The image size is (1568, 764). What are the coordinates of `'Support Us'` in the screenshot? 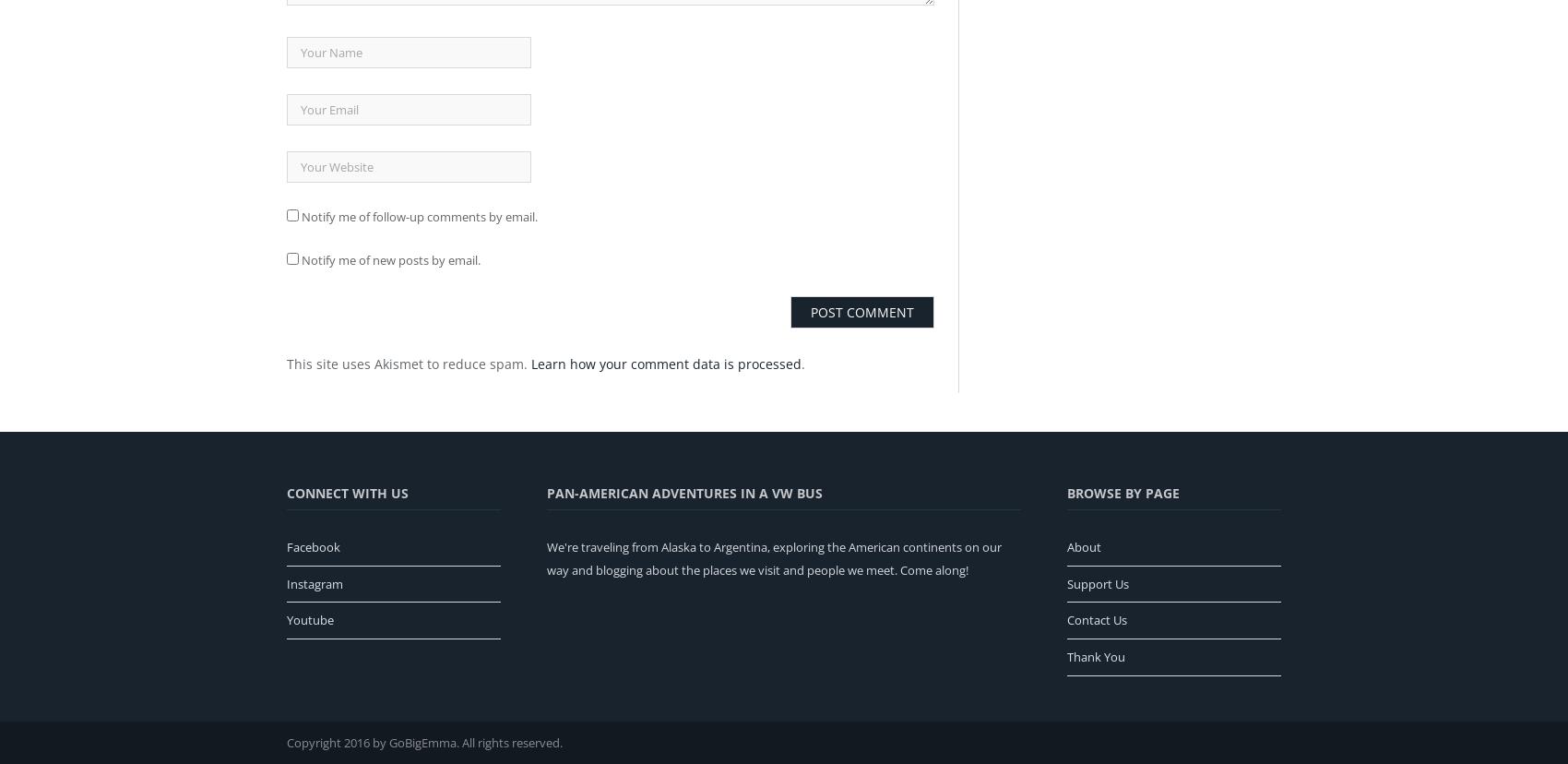 It's located at (1097, 583).